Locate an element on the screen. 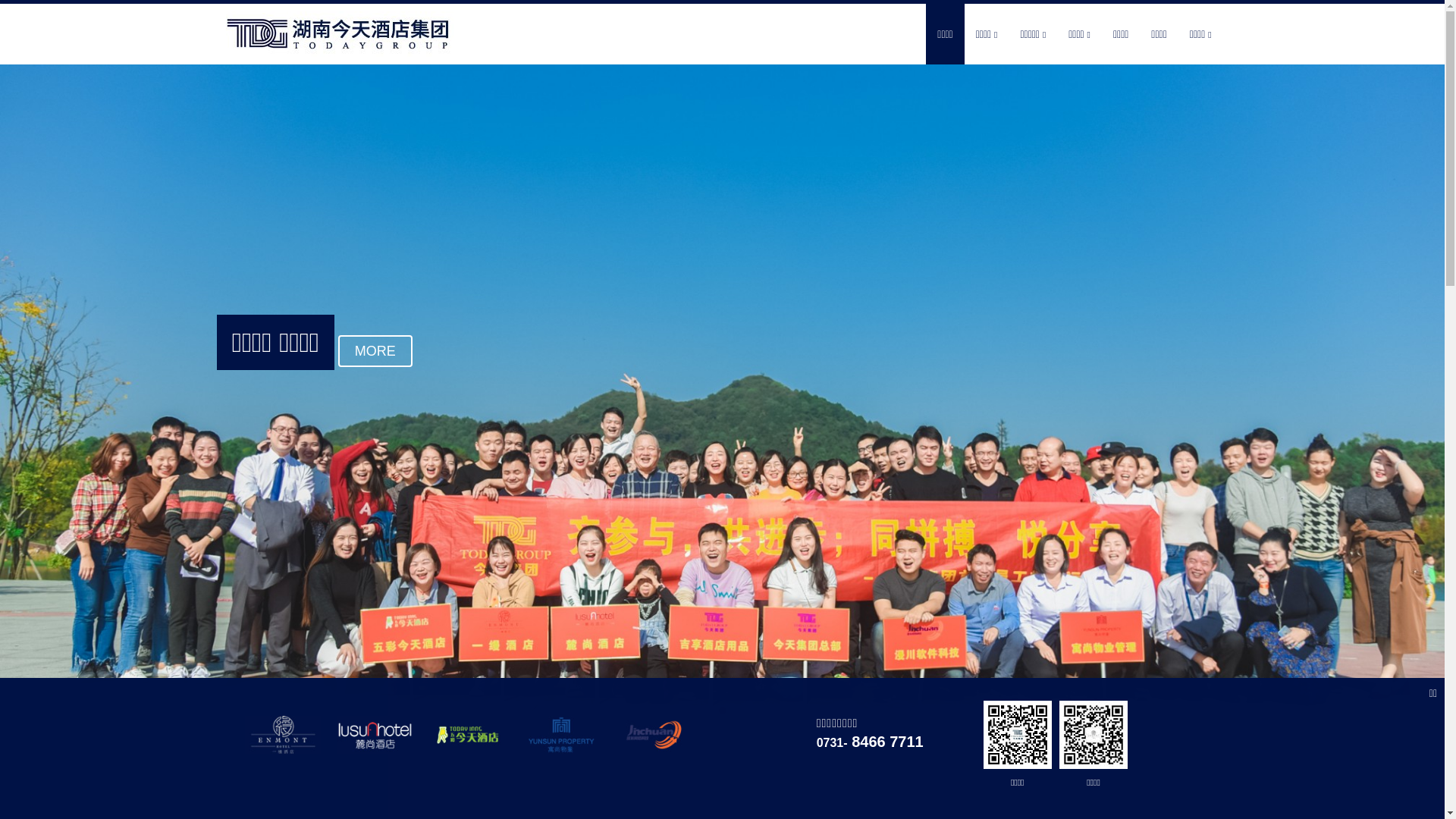 This screenshot has height=819, width=1456. 'MORE' is located at coordinates (375, 383).